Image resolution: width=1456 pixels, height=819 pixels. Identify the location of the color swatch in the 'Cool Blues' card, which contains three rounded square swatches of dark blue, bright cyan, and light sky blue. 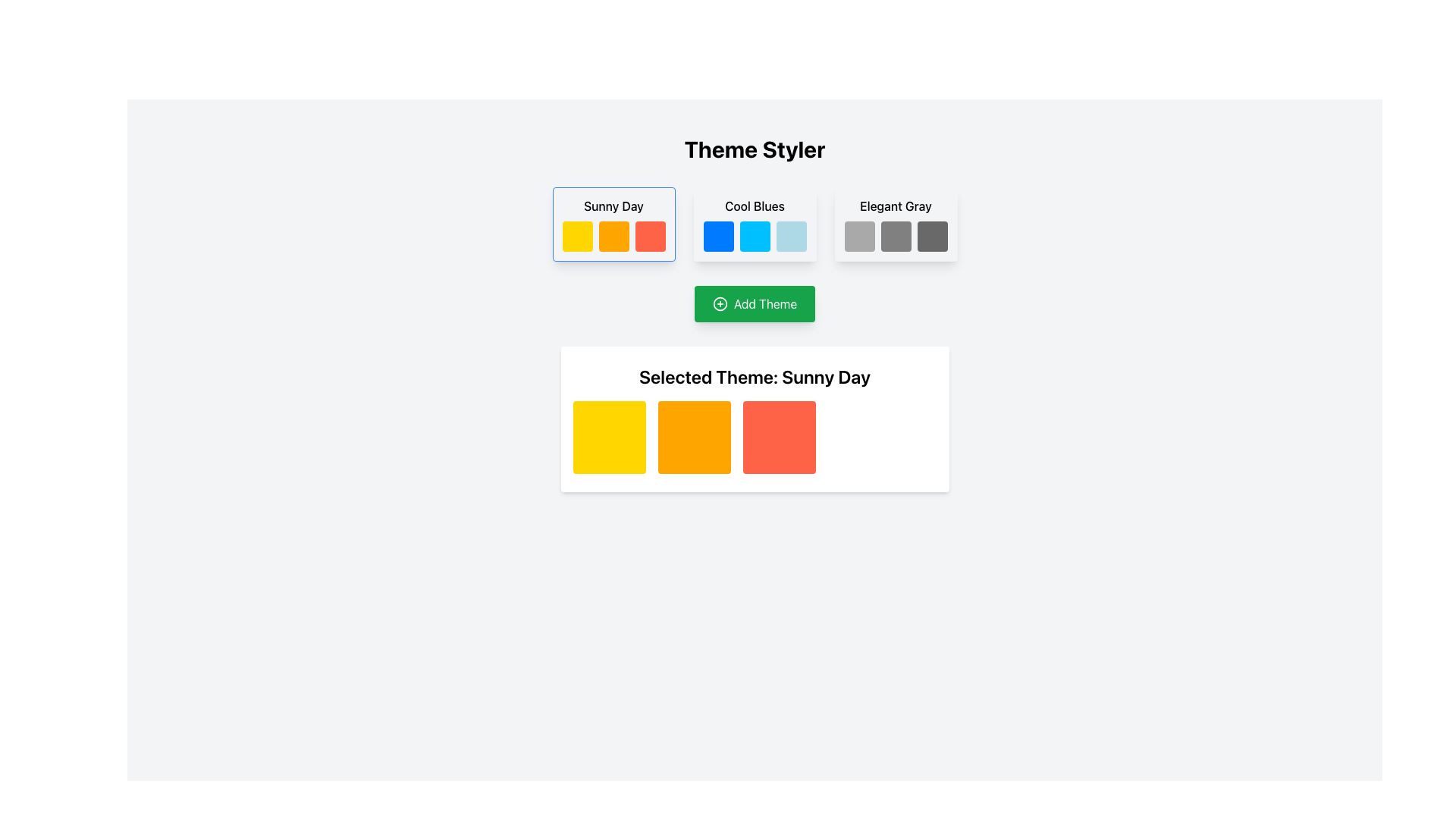
(755, 237).